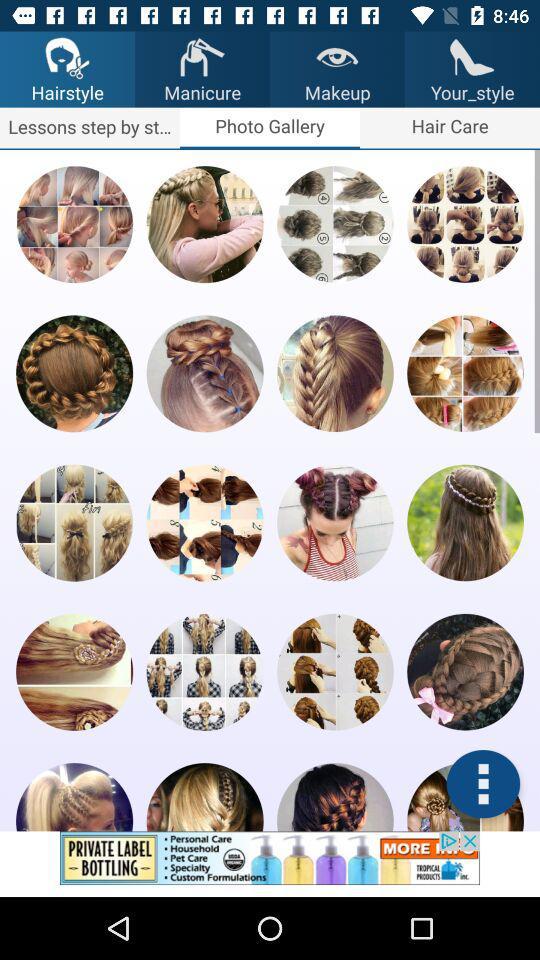 This screenshot has width=540, height=960. What do you see at coordinates (204, 522) in the screenshot?
I see `the image` at bounding box center [204, 522].